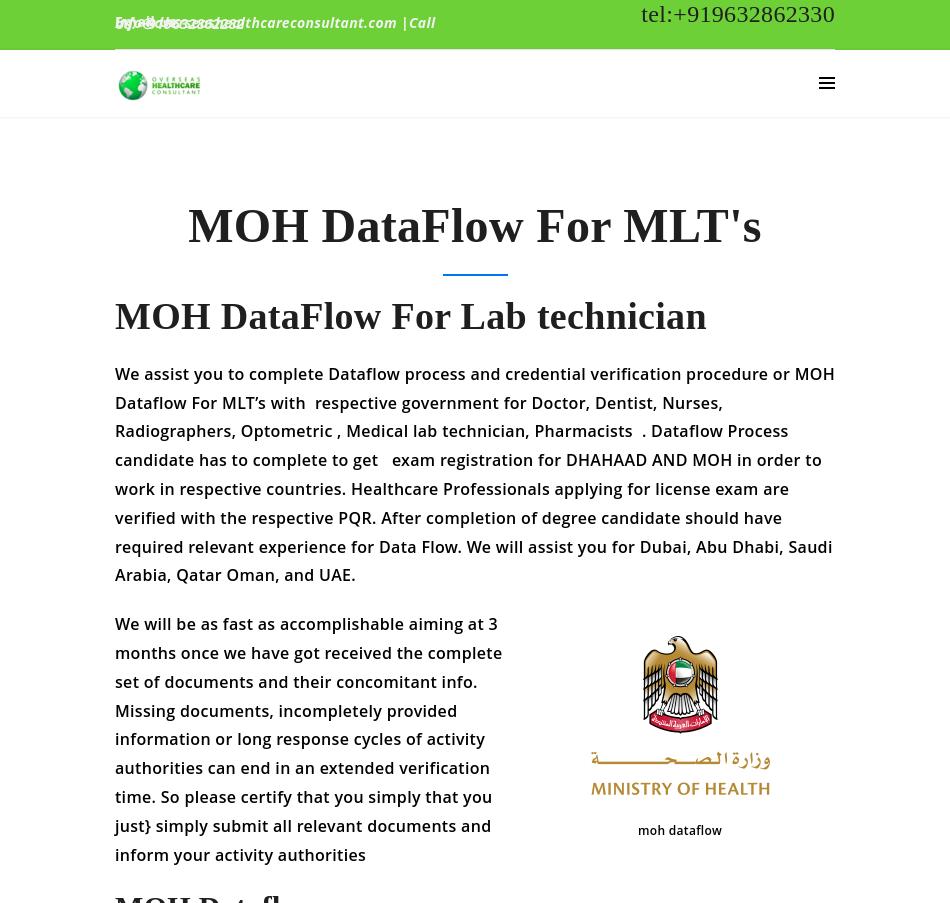  I want to click on 'Qatar', so click(196, 588).